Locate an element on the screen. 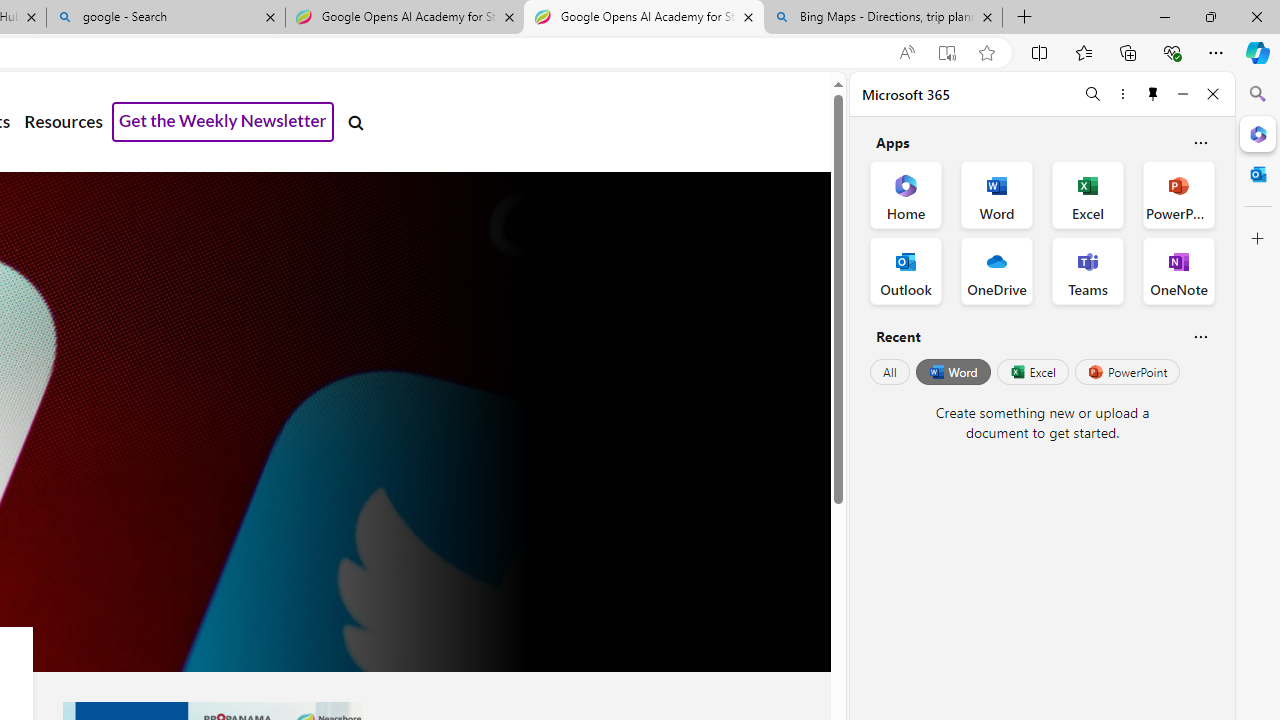 The image size is (1280, 720). 'Is this helpful?' is located at coordinates (1200, 335).